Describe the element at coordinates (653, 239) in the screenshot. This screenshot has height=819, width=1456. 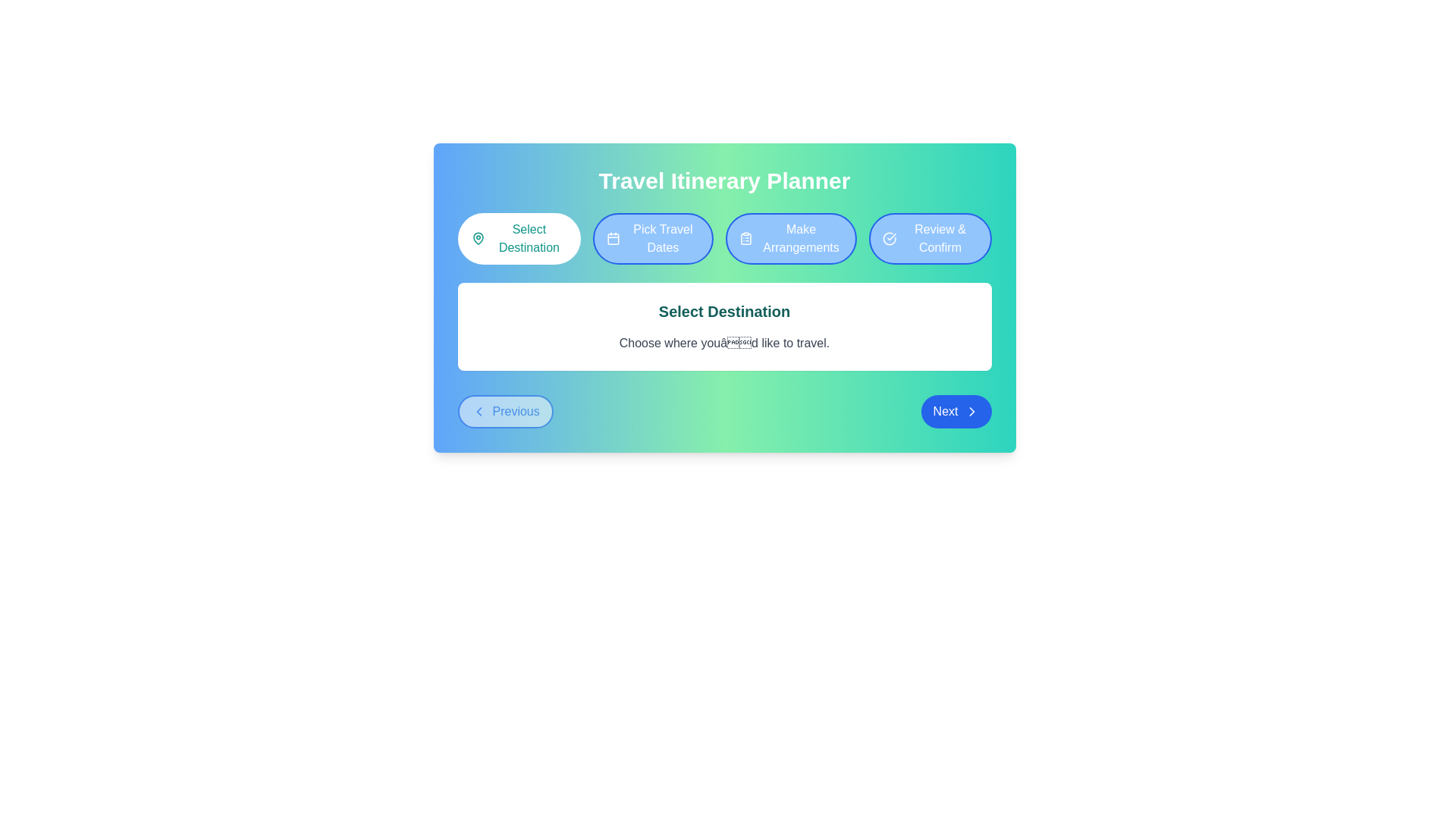
I see `the oval button labeled 'Pick Travel Dates' with a blue background and white border` at that location.